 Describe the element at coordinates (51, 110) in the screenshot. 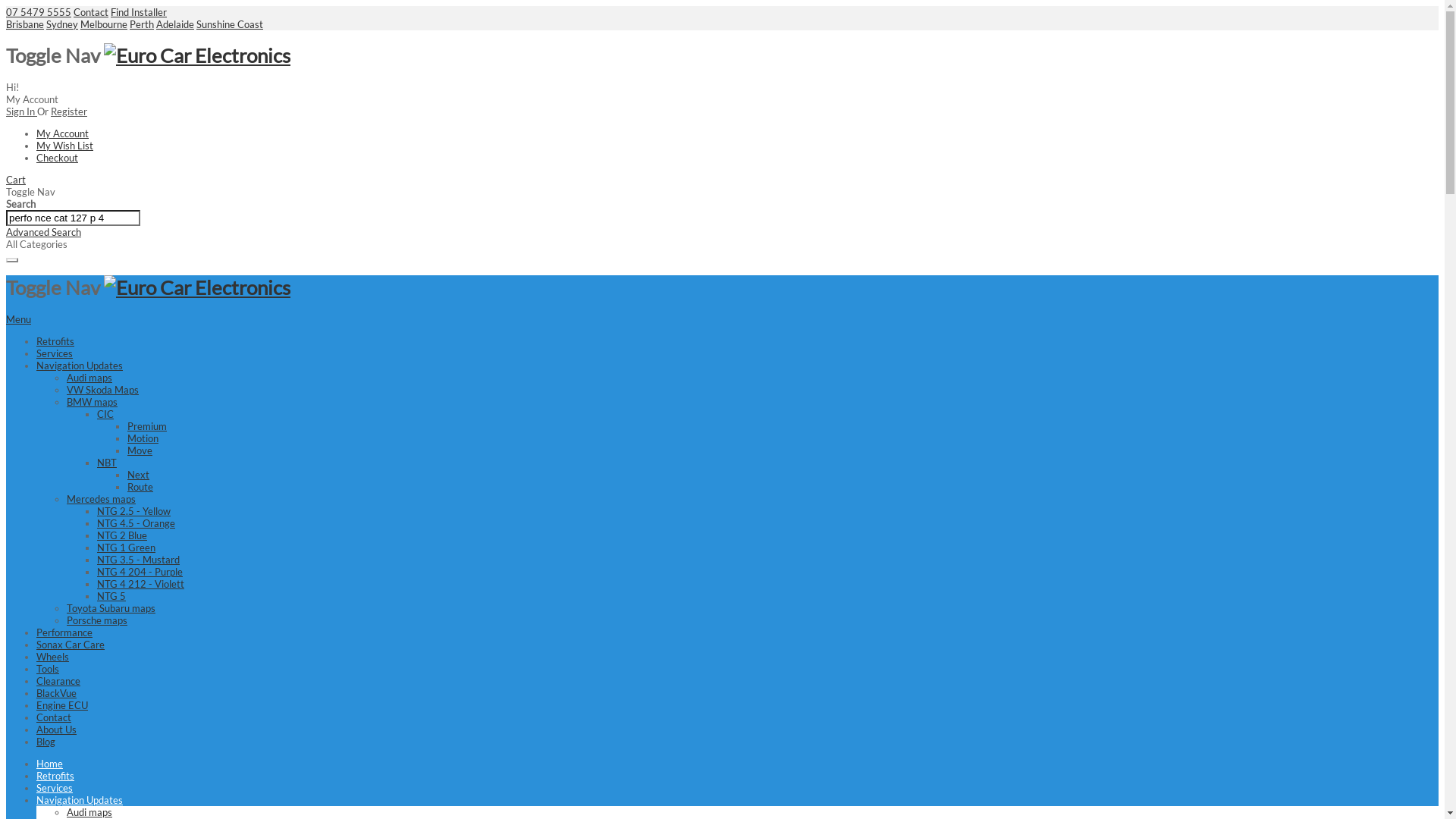

I see `'Register'` at that location.